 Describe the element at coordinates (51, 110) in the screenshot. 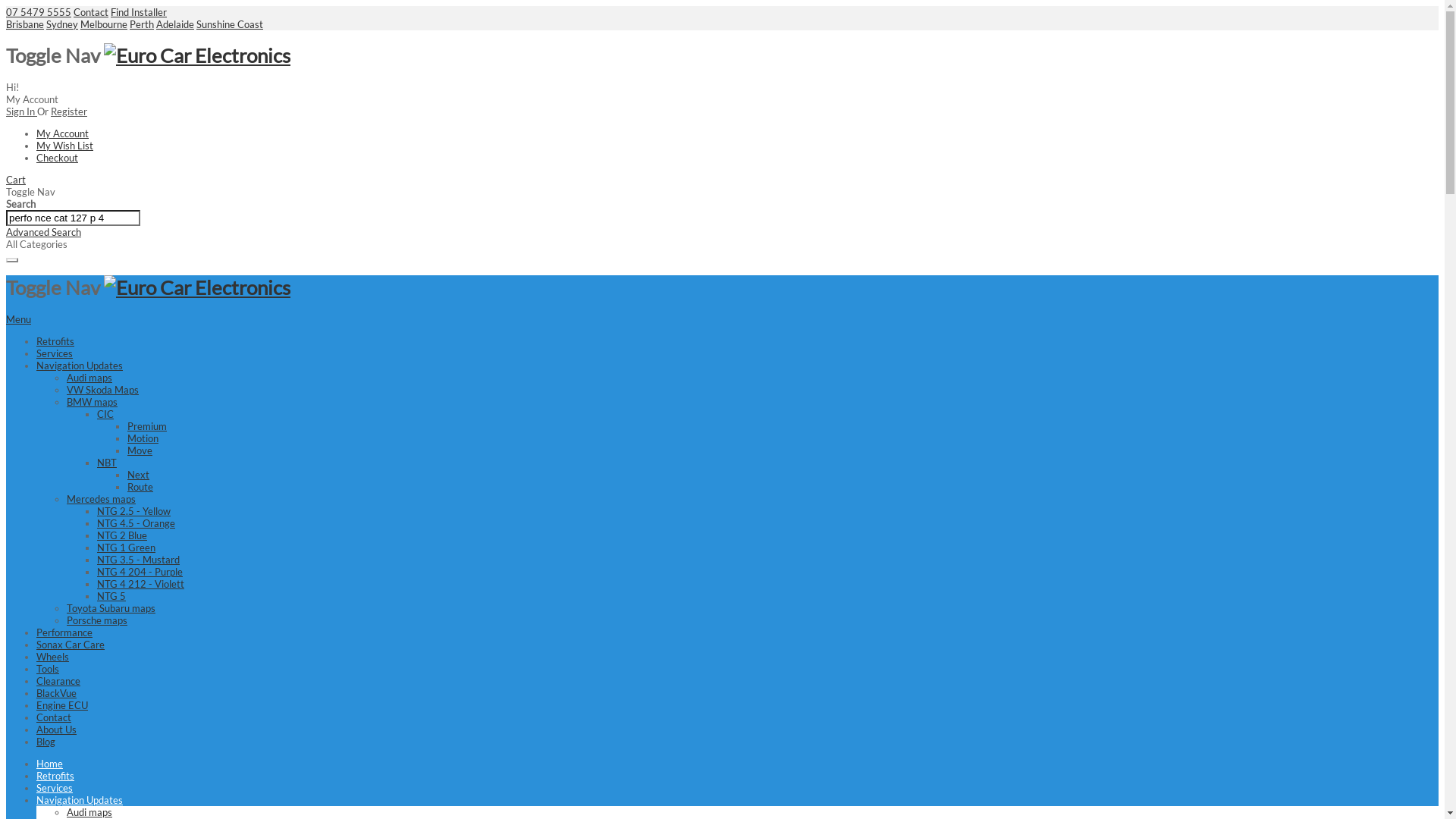

I see `'Register'` at that location.